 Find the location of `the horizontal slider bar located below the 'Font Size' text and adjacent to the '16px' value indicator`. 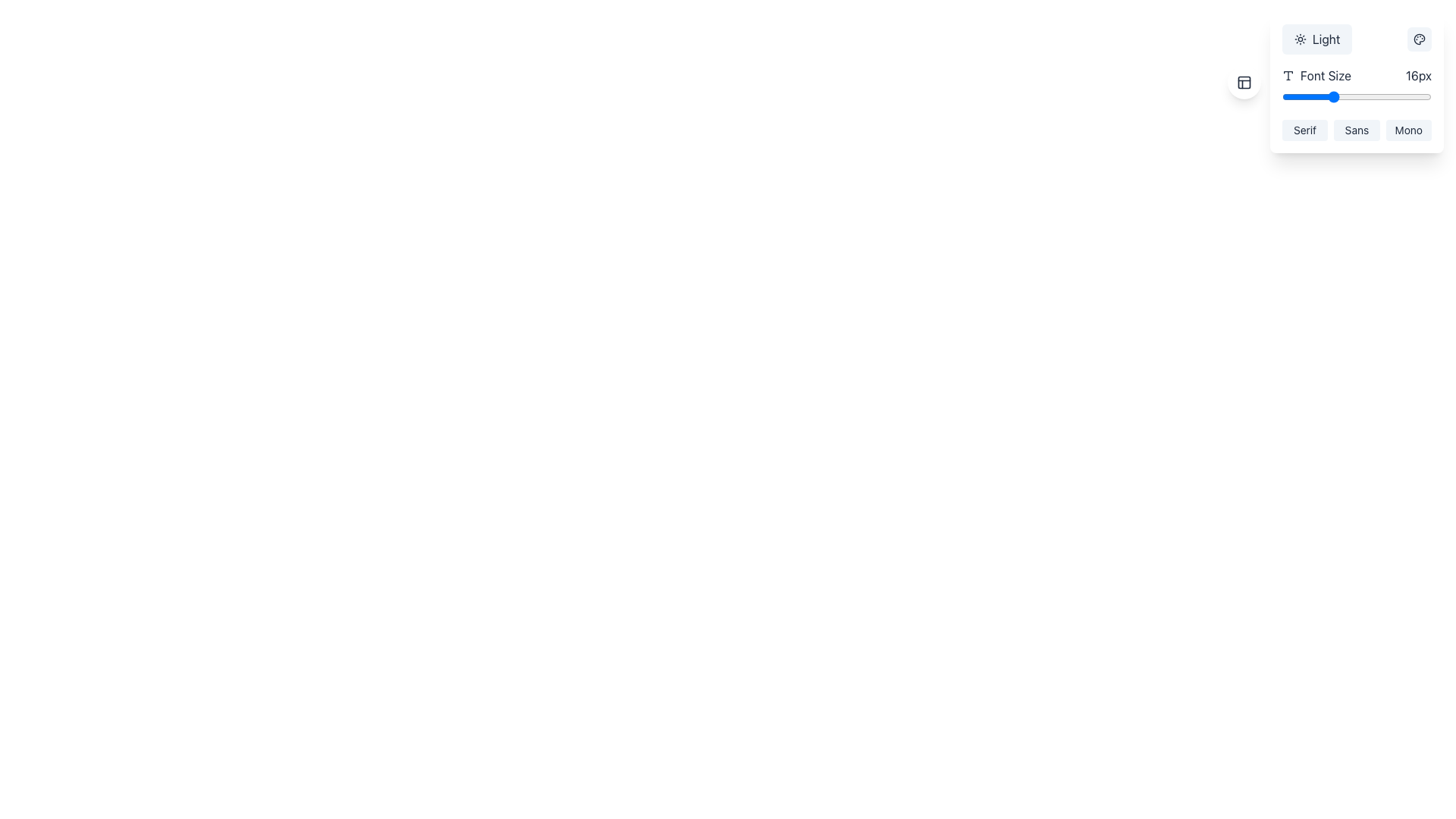

the horizontal slider bar located below the 'Font Size' text and adjacent to the '16px' value indicator is located at coordinates (1357, 96).